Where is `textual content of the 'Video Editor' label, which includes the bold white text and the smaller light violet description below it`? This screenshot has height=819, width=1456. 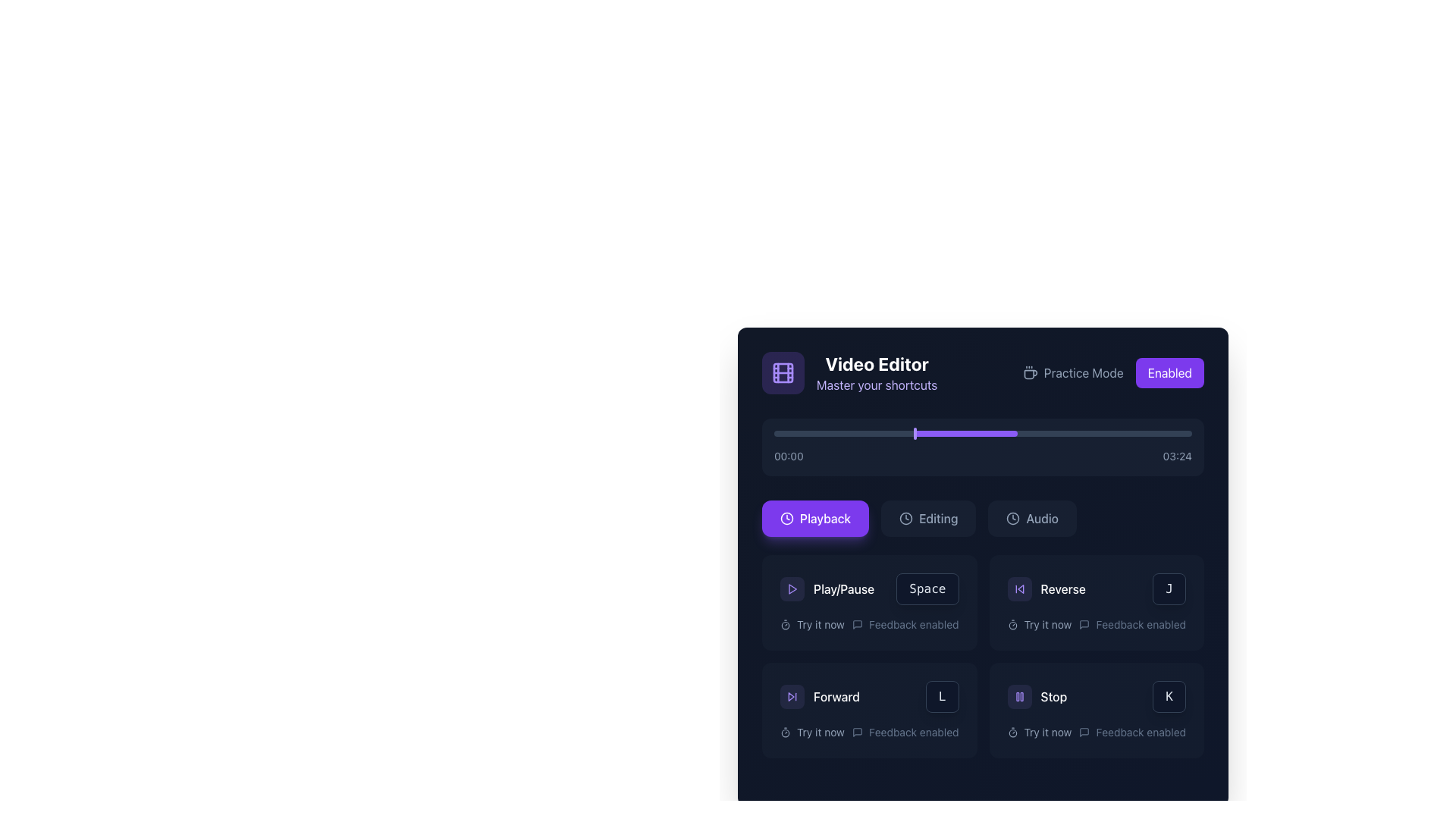 textual content of the 'Video Editor' label, which includes the bold white text and the smaller light violet description below it is located at coordinates (849, 373).